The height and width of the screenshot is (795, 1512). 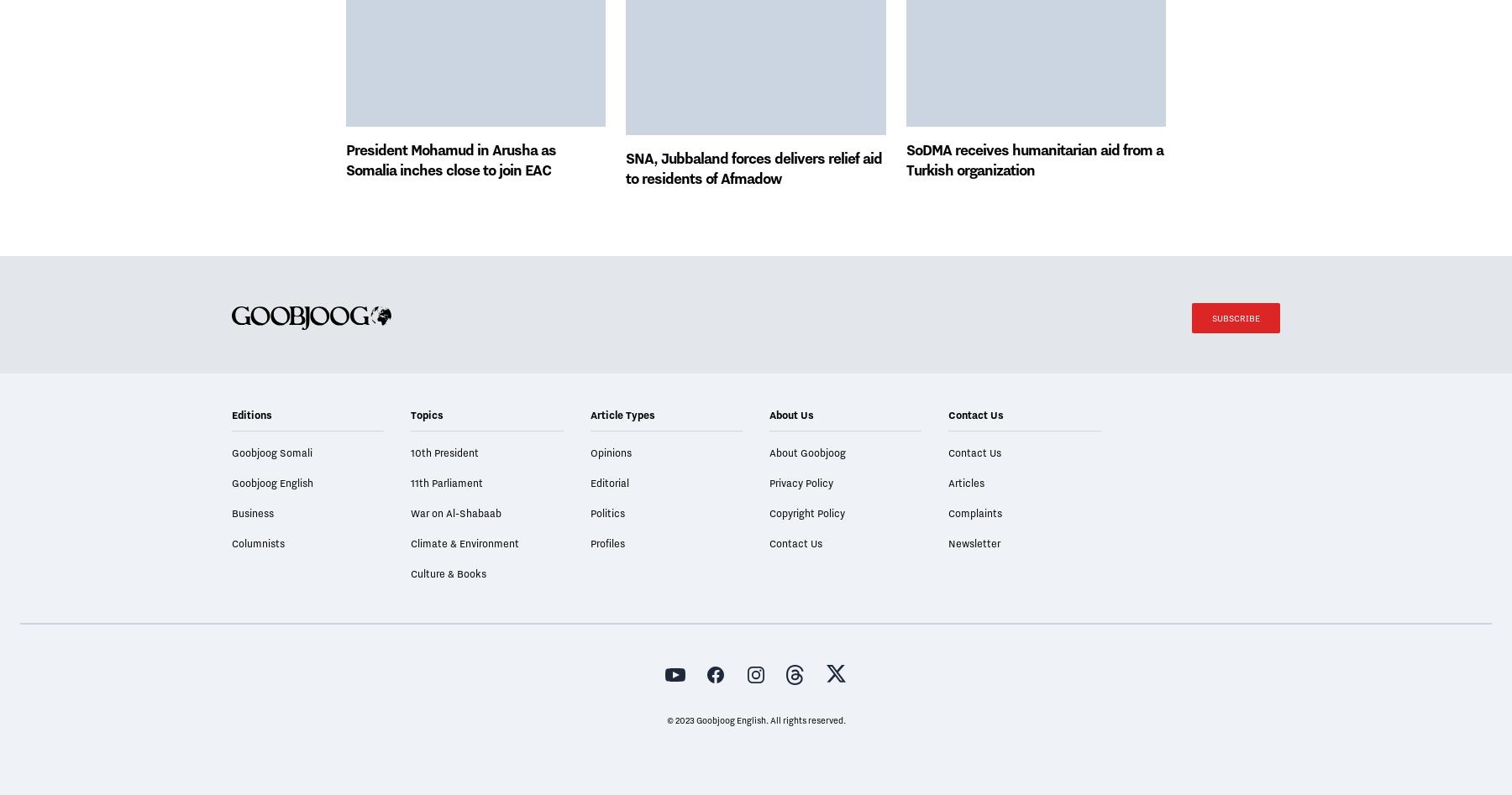 I want to click on '11th Parliament', so click(x=446, y=530).